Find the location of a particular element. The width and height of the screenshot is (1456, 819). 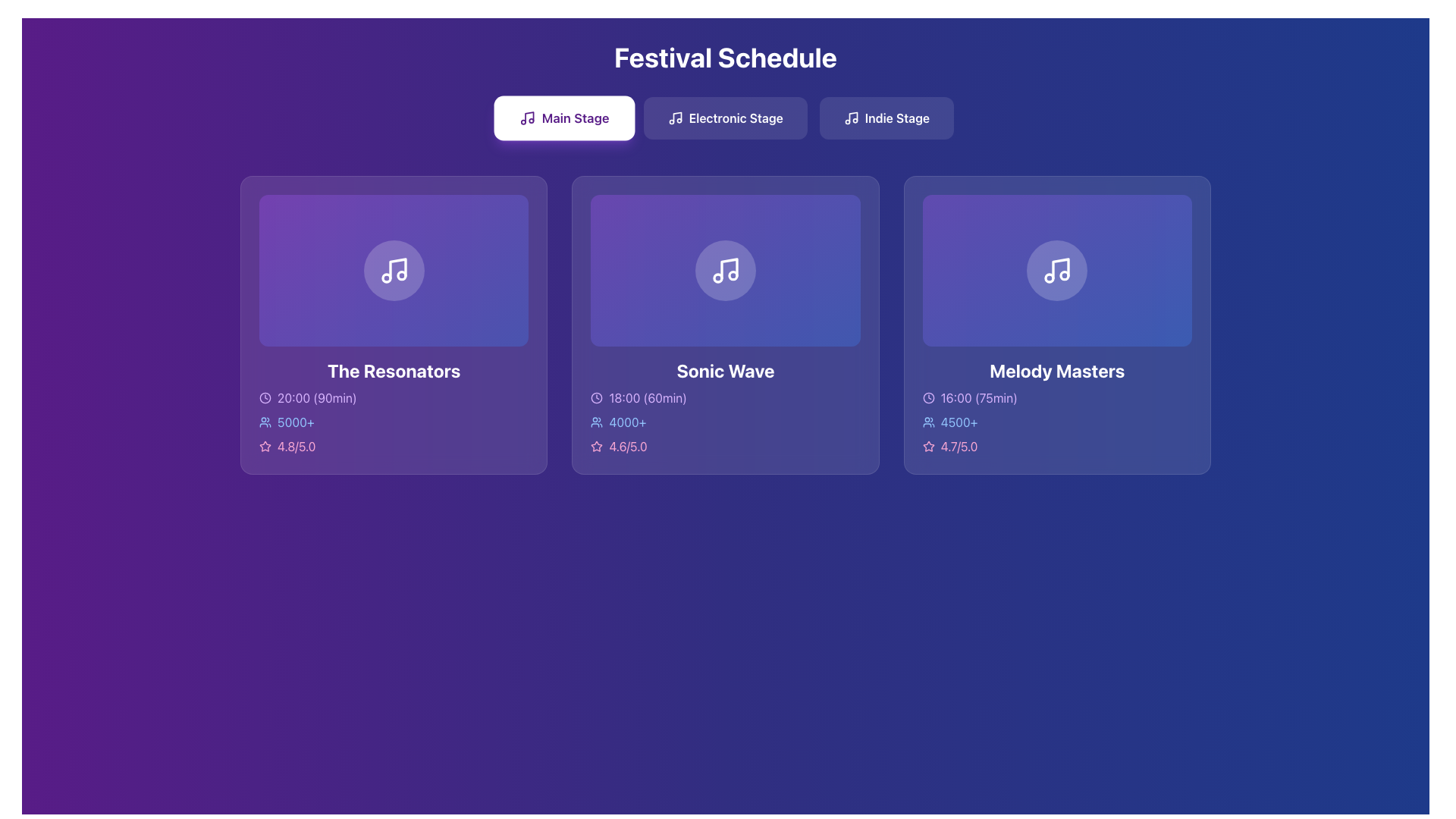

the leftmost circle of the music note graphic in the first card labeled 'The Resonators' is located at coordinates (386, 278).